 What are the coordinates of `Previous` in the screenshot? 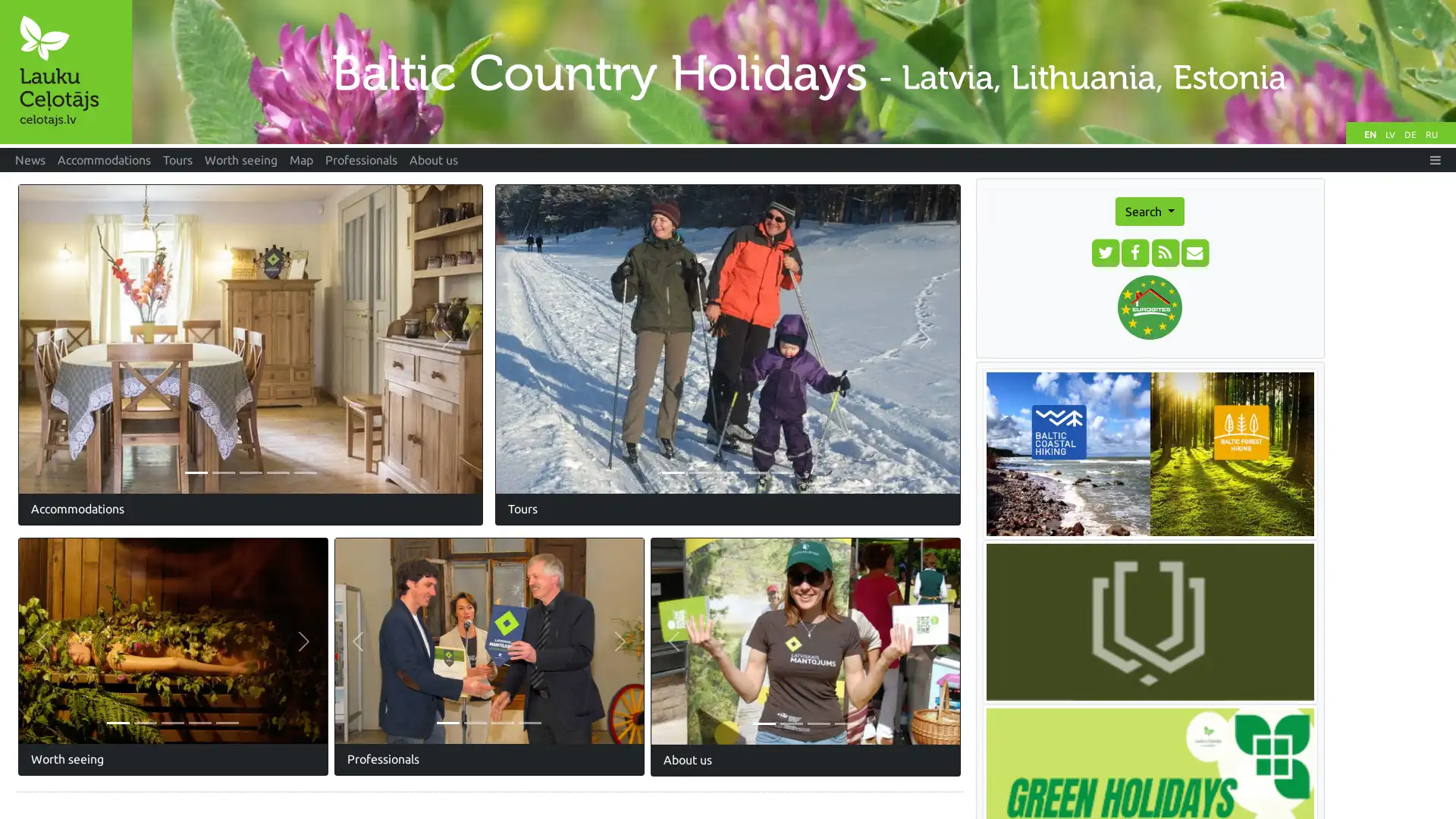 It's located at (42, 641).